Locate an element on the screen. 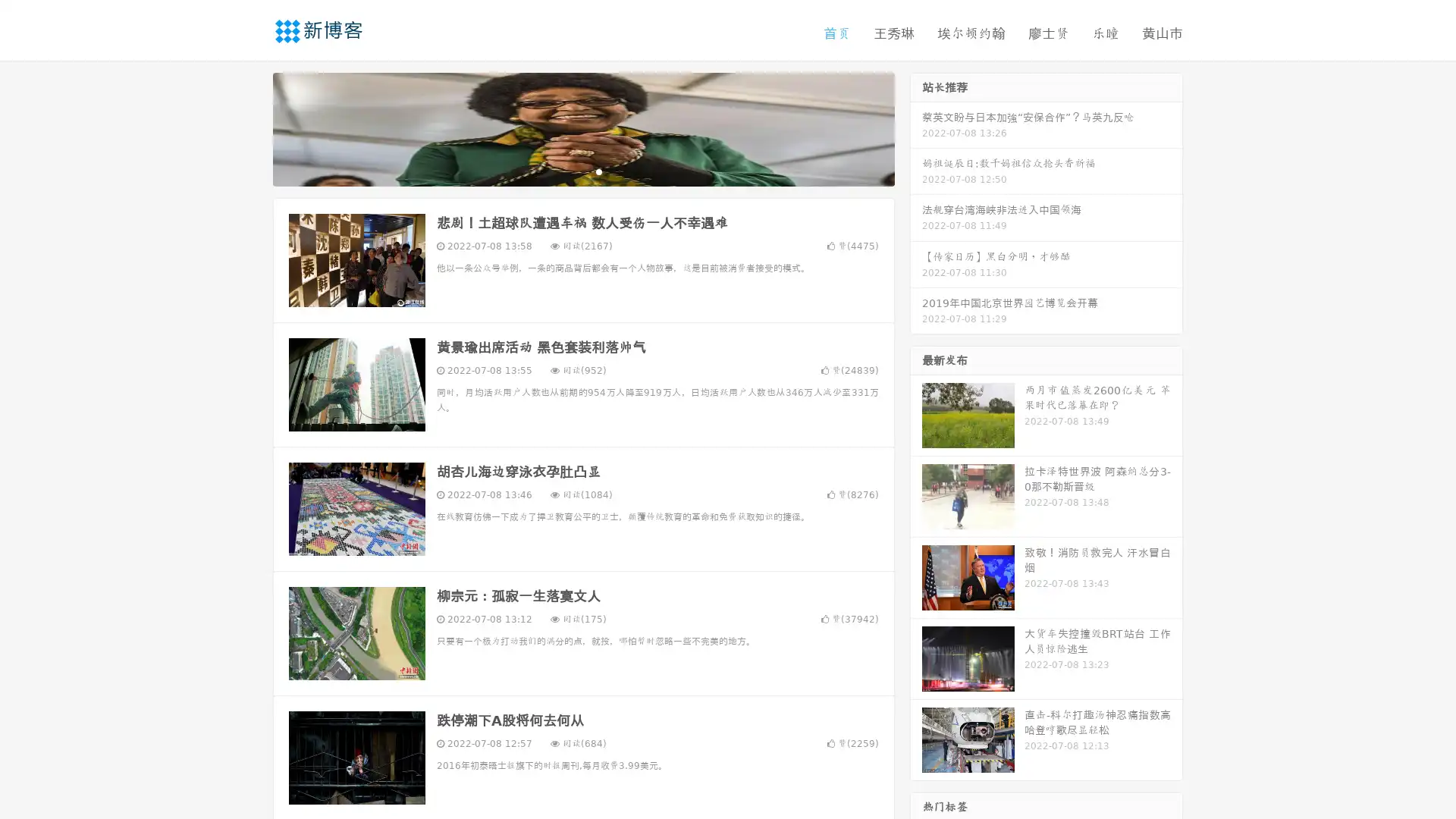 The width and height of the screenshot is (1456, 819). Next slide is located at coordinates (916, 127).